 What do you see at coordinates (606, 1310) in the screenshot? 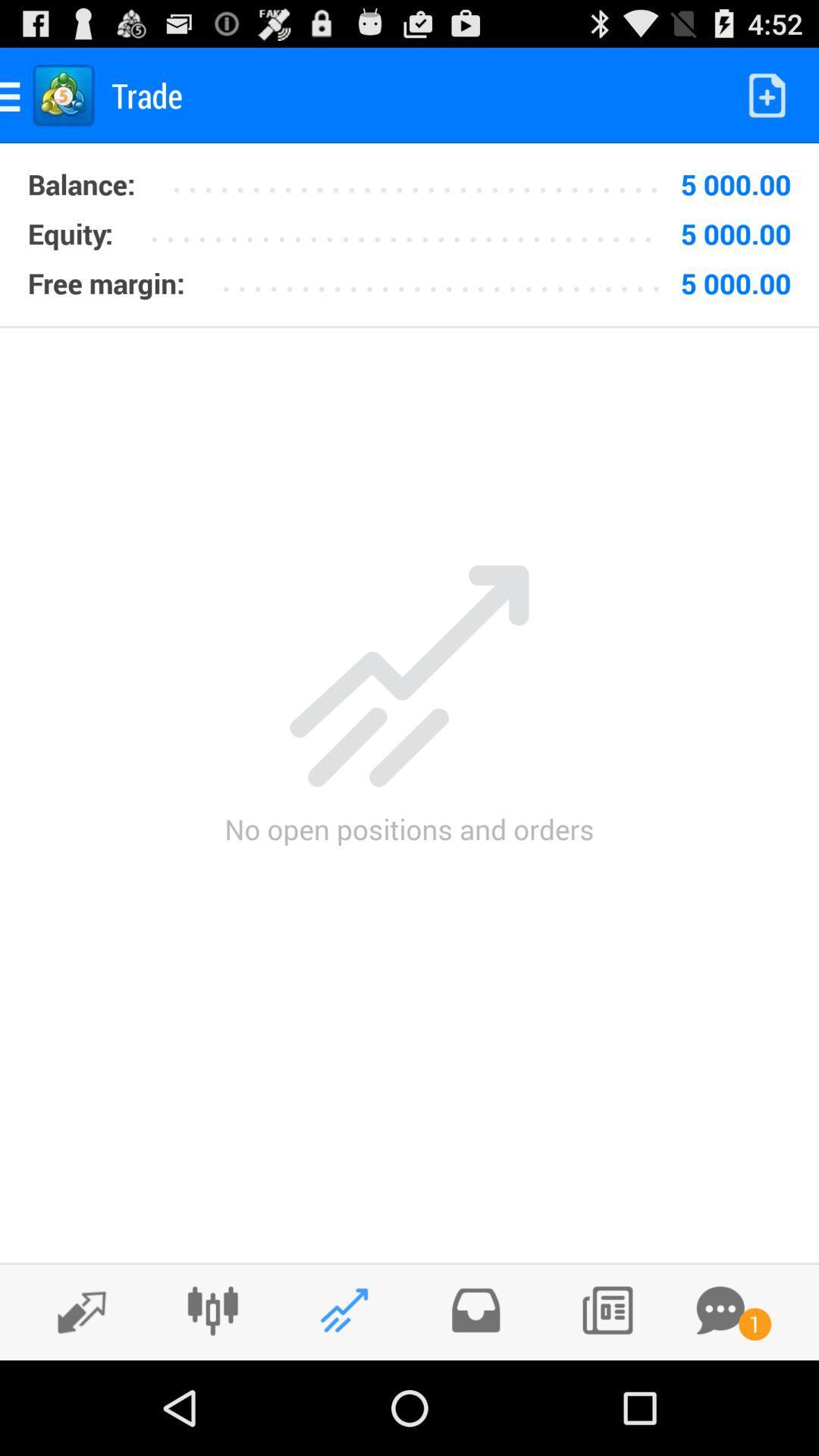
I see `print document` at bounding box center [606, 1310].